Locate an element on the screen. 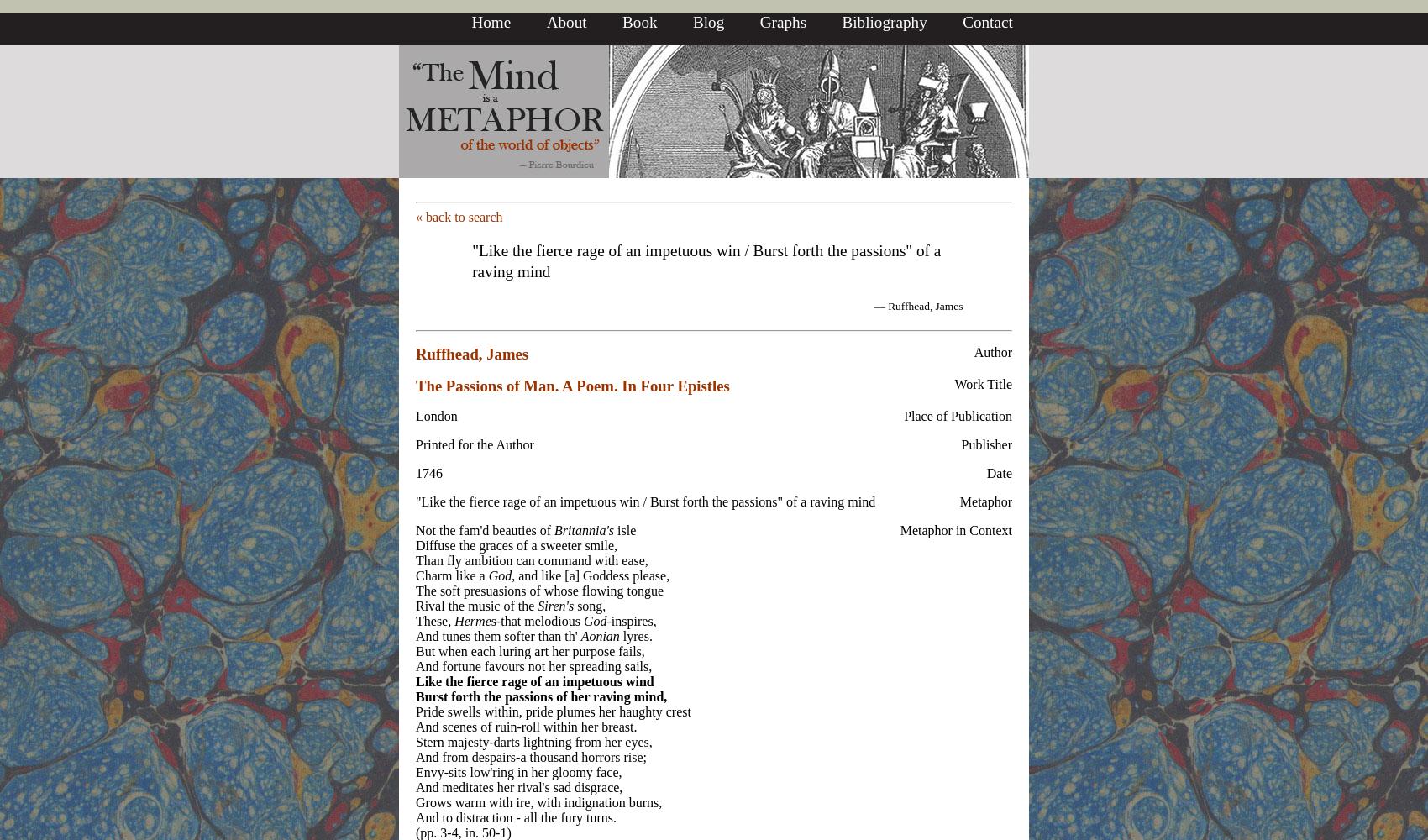 This screenshot has height=840, width=1428. 'Burst forth the passions of her raving mind,' is located at coordinates (541, 695).